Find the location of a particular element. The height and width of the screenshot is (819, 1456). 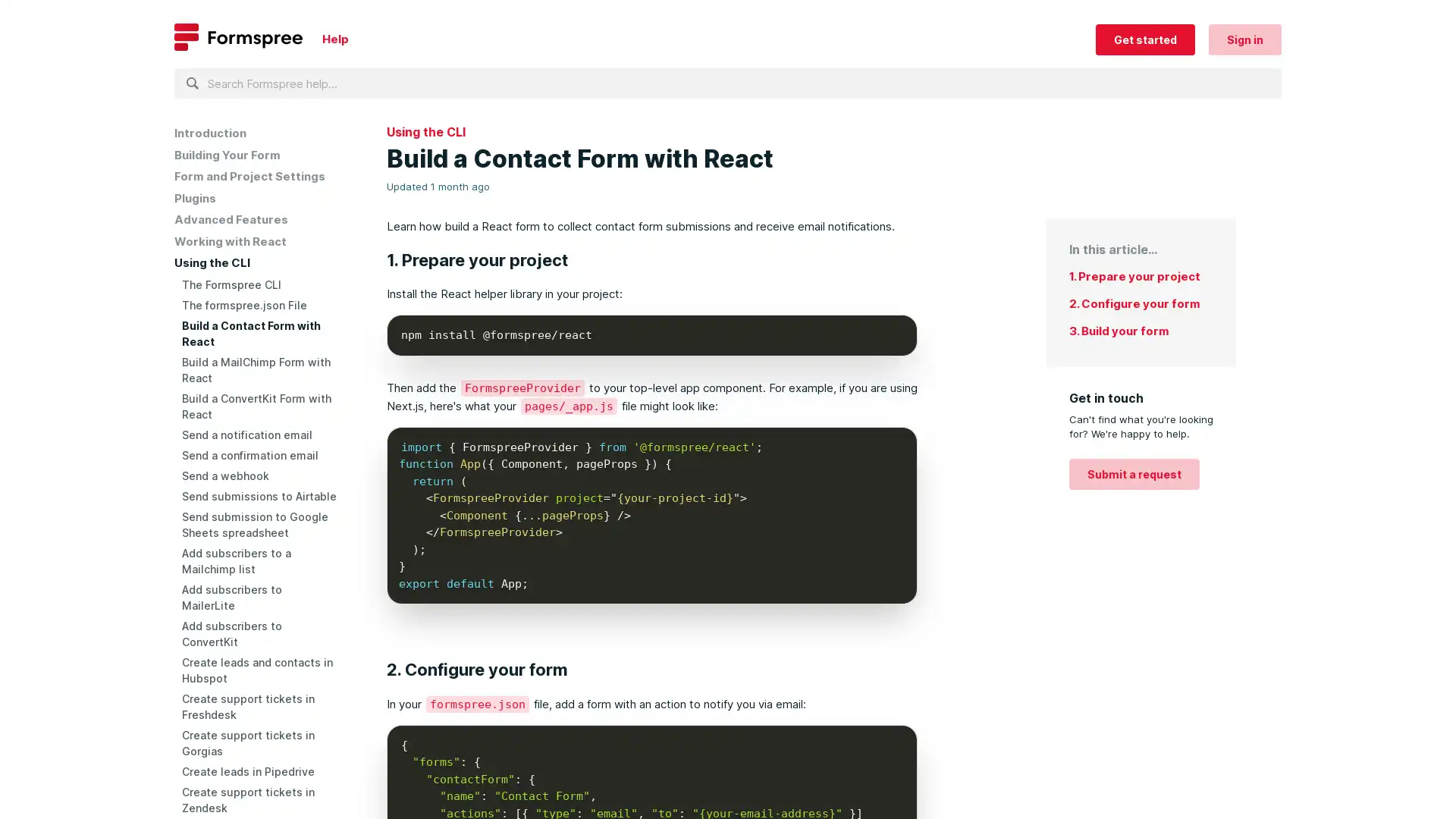

Copy is located at coordinates (899, 439).